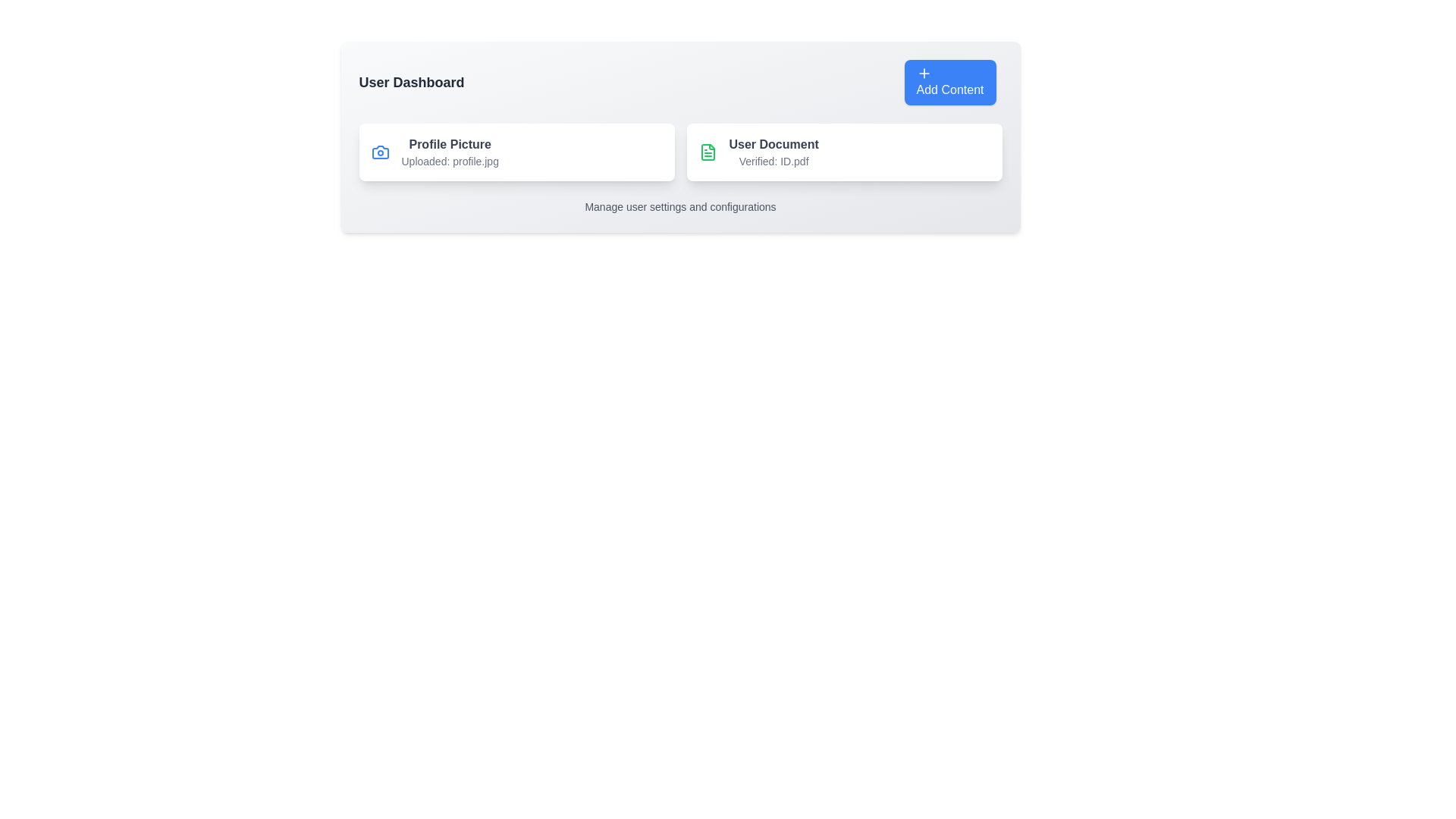 Image resolution: width=1456 pixels, height=819 pixels. I want to click on the 'Add Content' SVG Icon located centrally within the 'Add Content' button in the top right corner of the interface, so click(923, 73).